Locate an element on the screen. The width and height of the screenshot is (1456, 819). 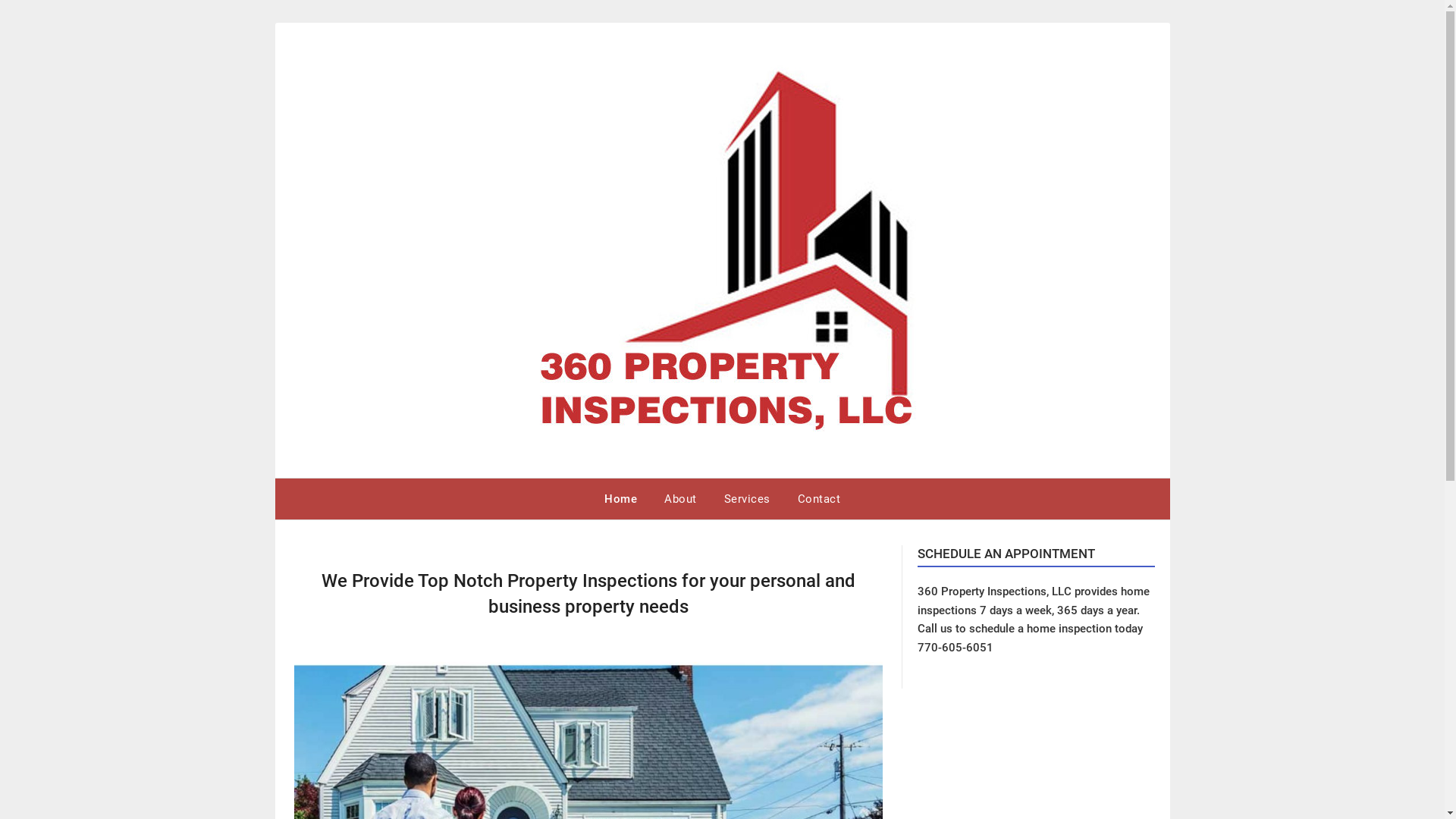
'Home' is located at coordinates (620, 499).